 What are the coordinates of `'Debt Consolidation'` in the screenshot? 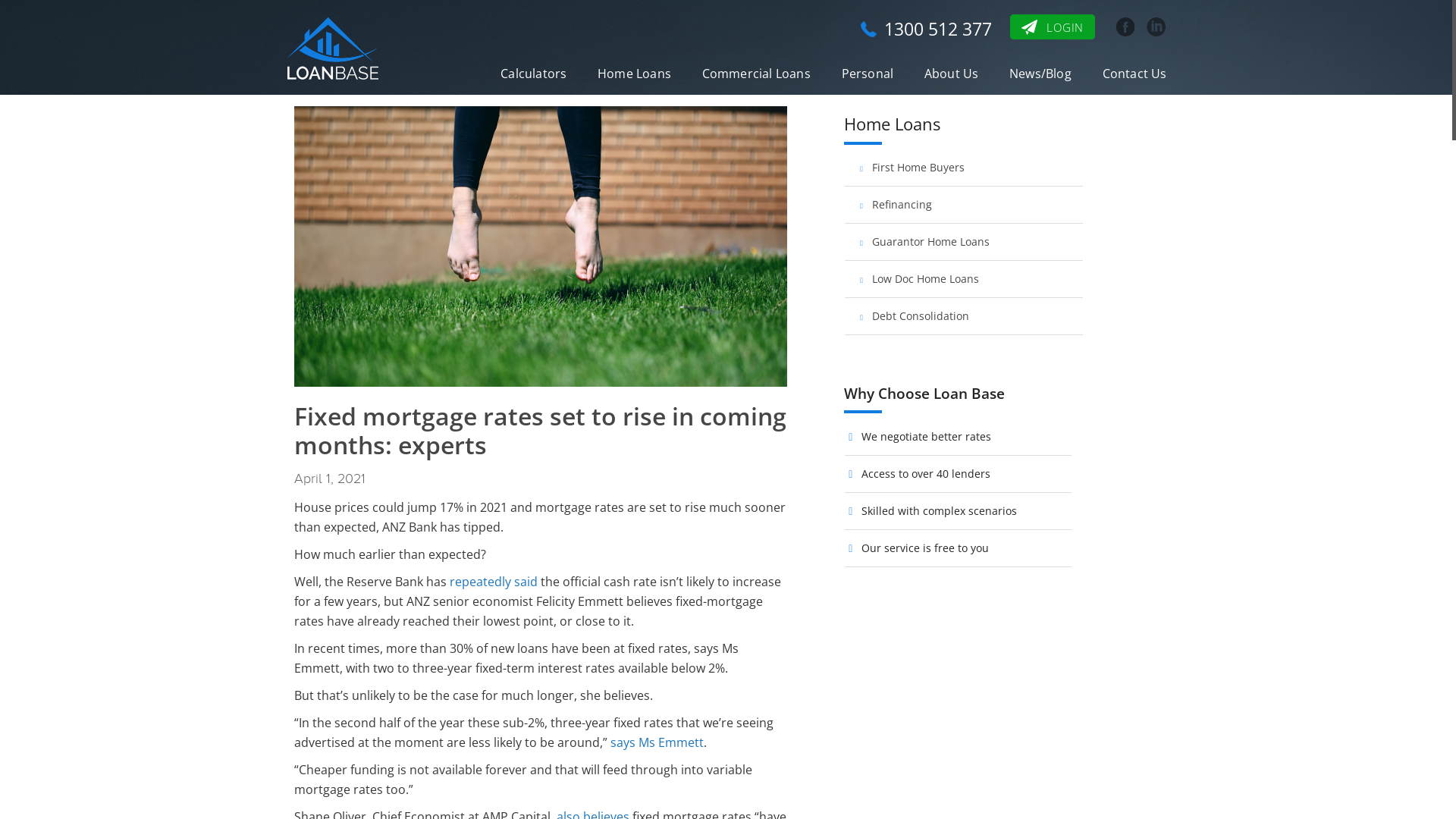 It's located at (962, 315).